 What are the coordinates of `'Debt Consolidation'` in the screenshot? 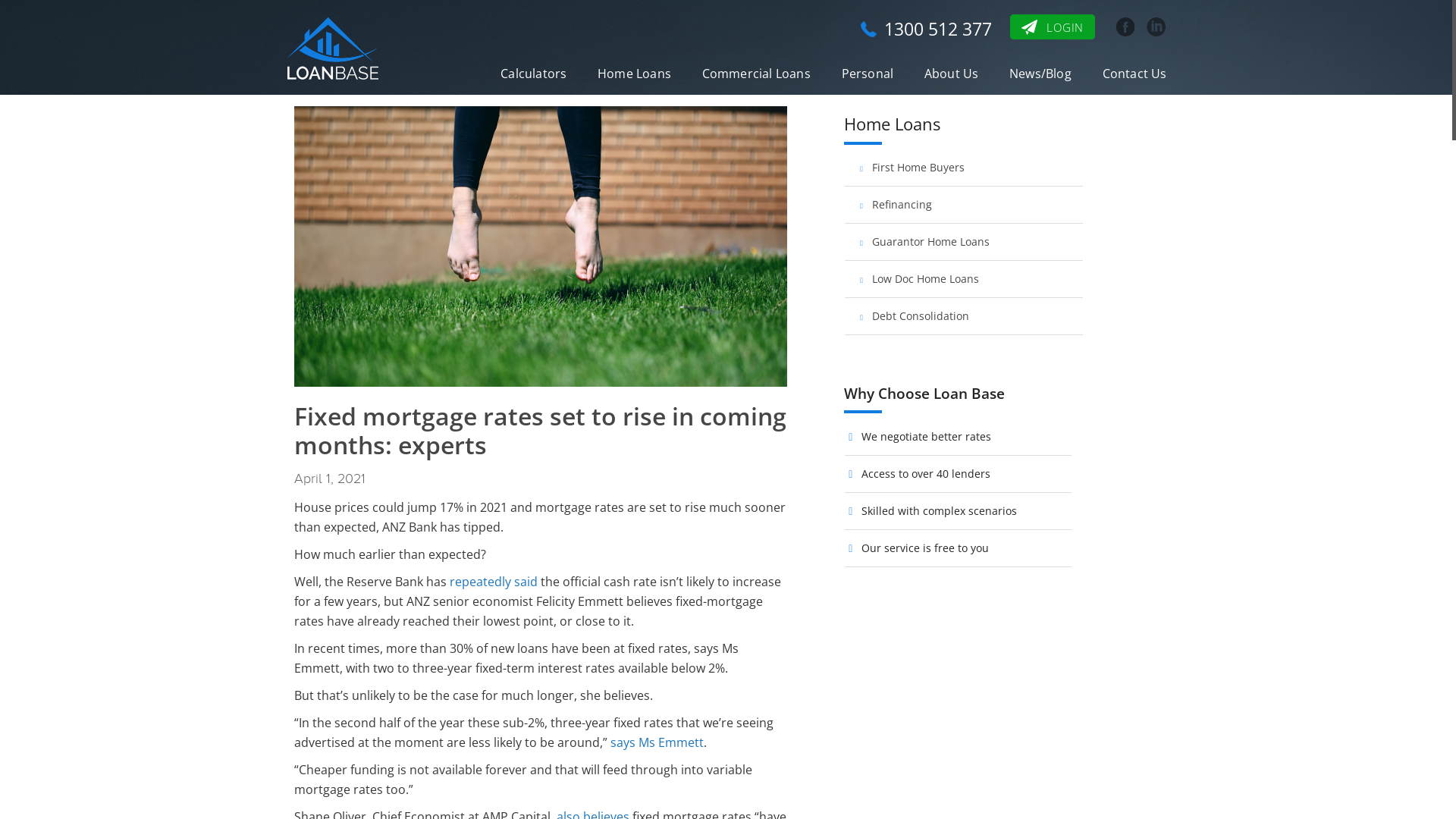 It's located at (962, 315).